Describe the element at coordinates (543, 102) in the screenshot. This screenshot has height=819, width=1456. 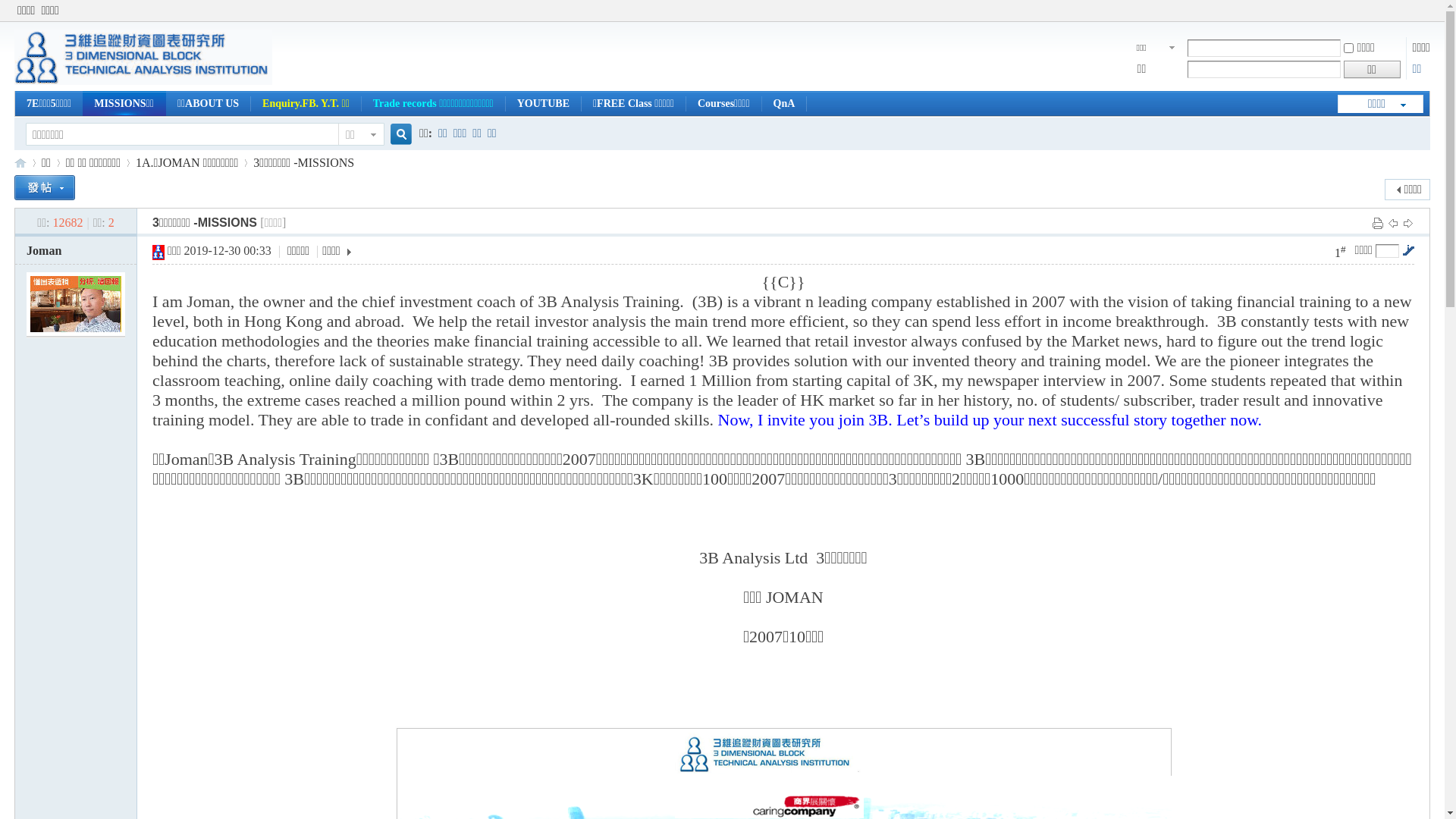
I see `'YOUTUBE'` at that location.